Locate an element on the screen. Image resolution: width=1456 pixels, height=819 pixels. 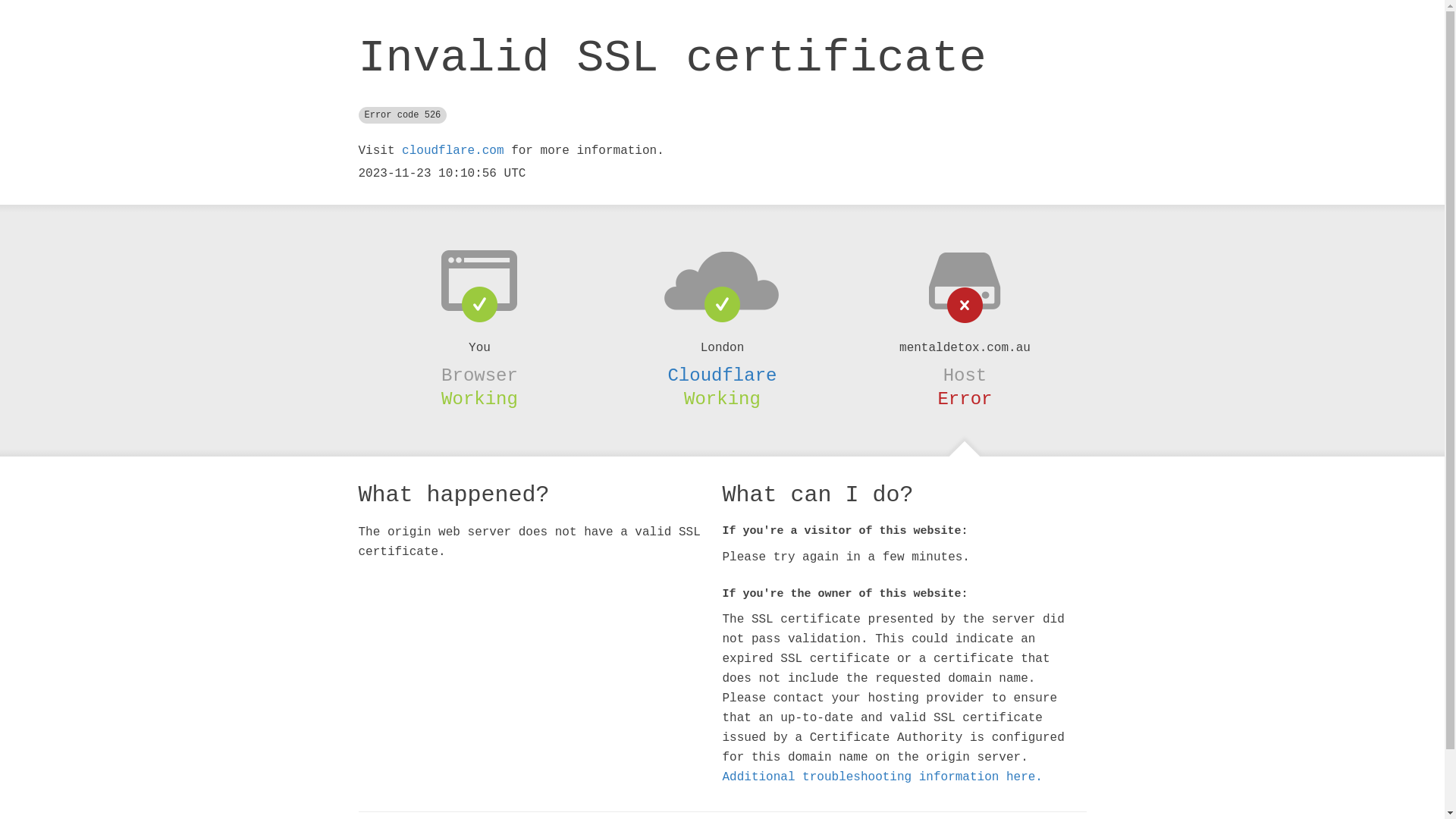
'Cloudflare' is located at coordinates (720, 375).